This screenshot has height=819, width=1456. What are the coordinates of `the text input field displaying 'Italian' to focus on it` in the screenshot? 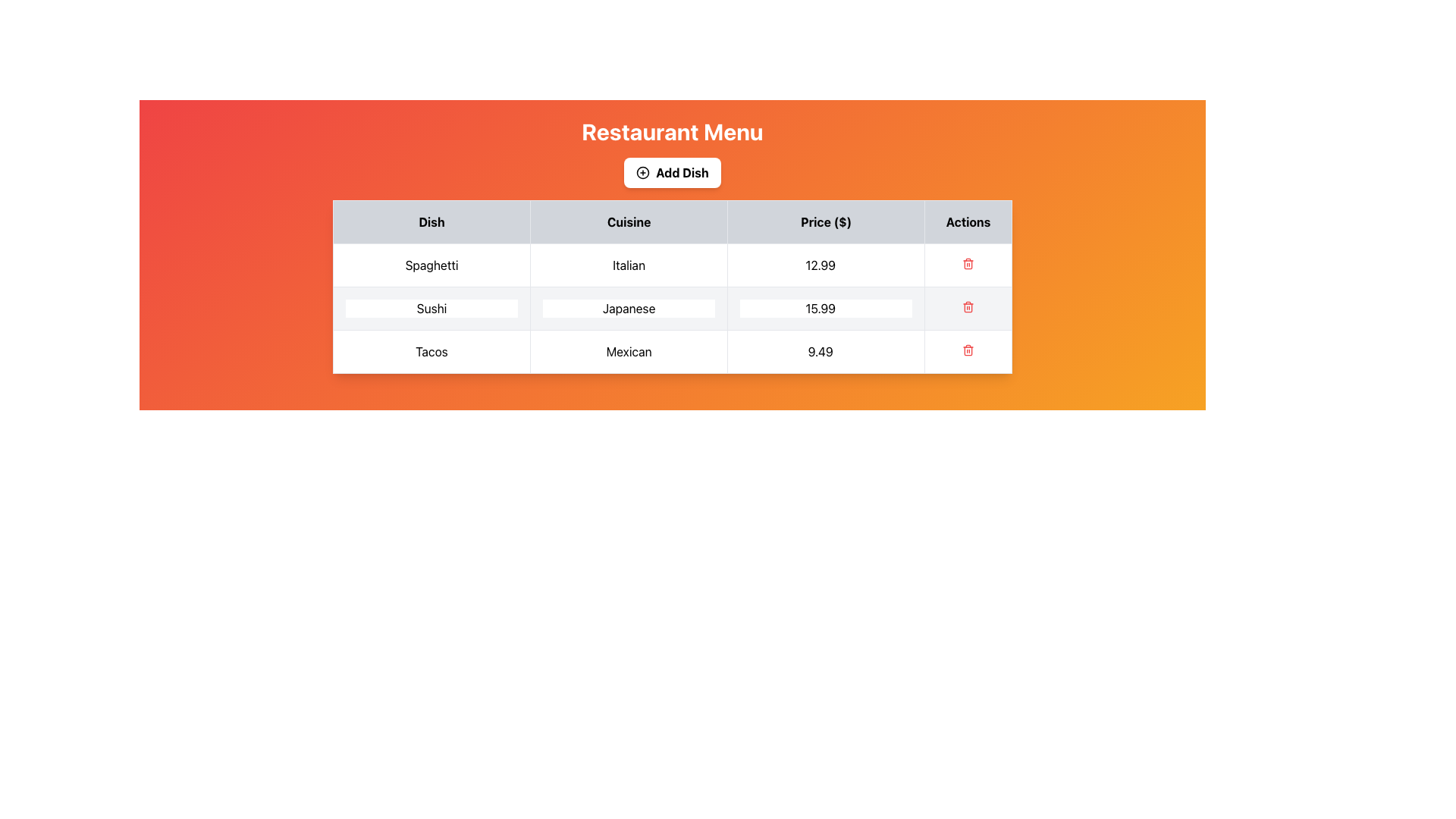 It's located at (629, 265).